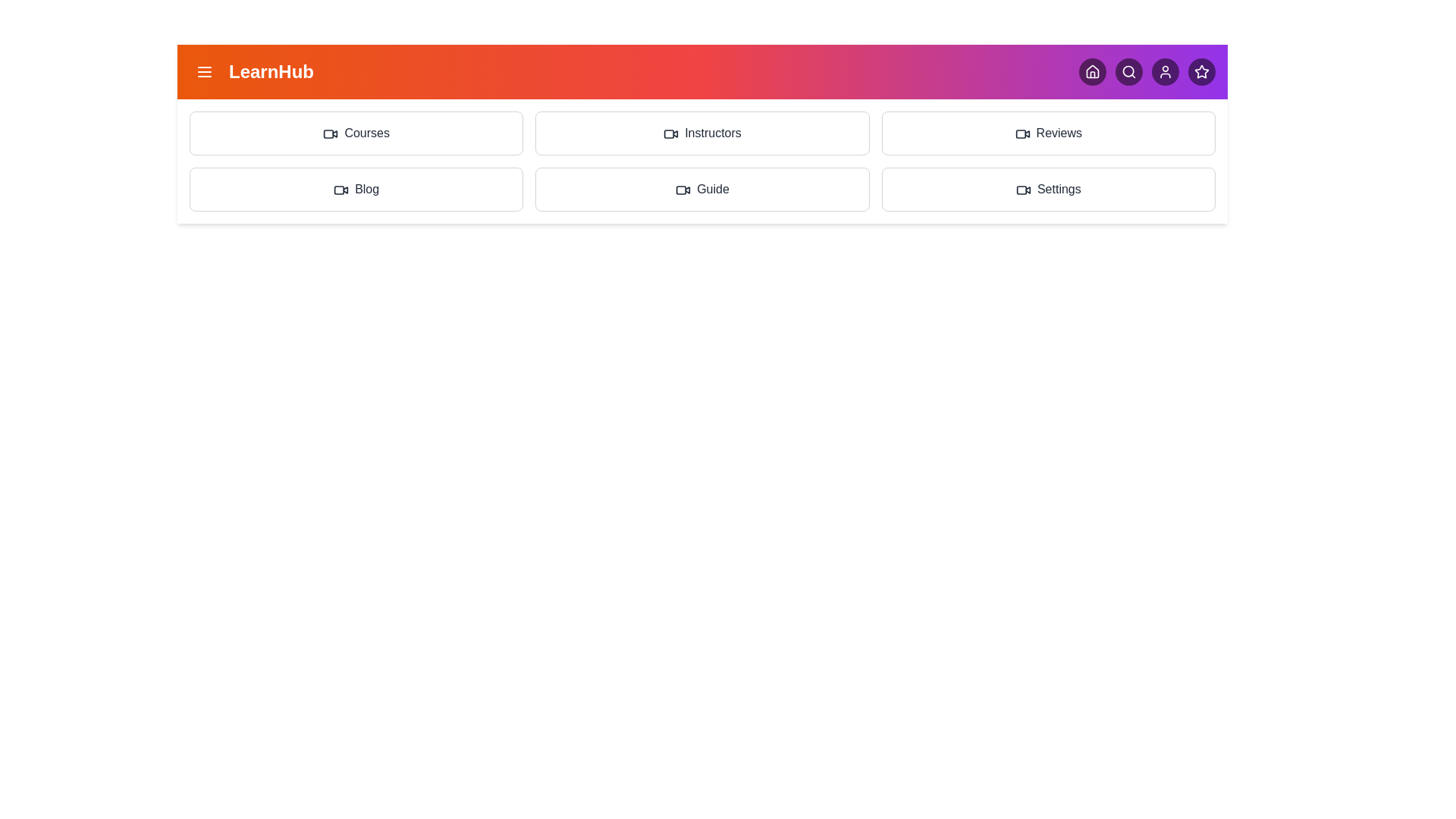  I want to click on menu button to toggle the main menu, so click(203, 72).